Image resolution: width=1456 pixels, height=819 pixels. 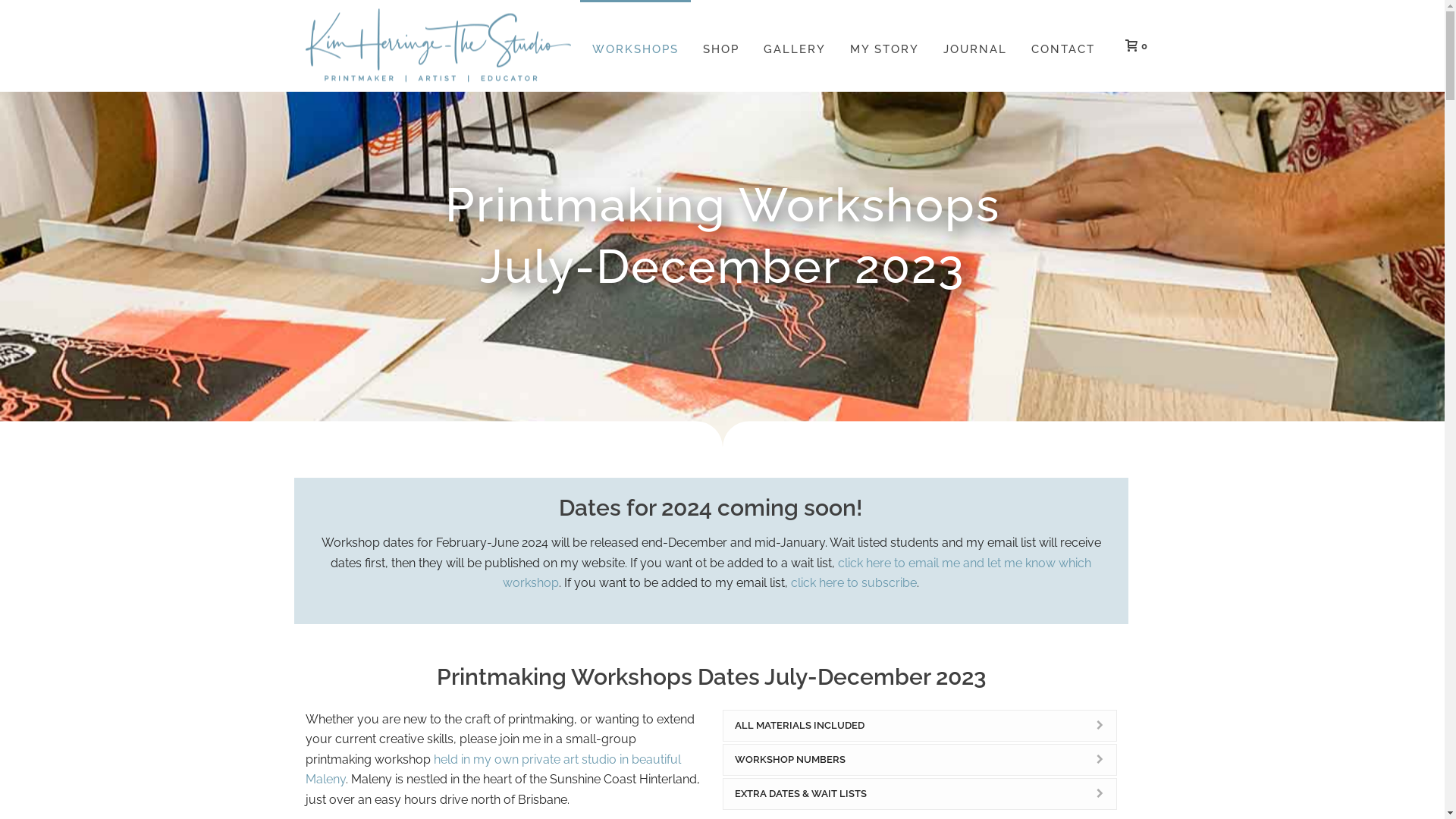 I want to click on 'click here to subscribe', so click(x=854, y=582).